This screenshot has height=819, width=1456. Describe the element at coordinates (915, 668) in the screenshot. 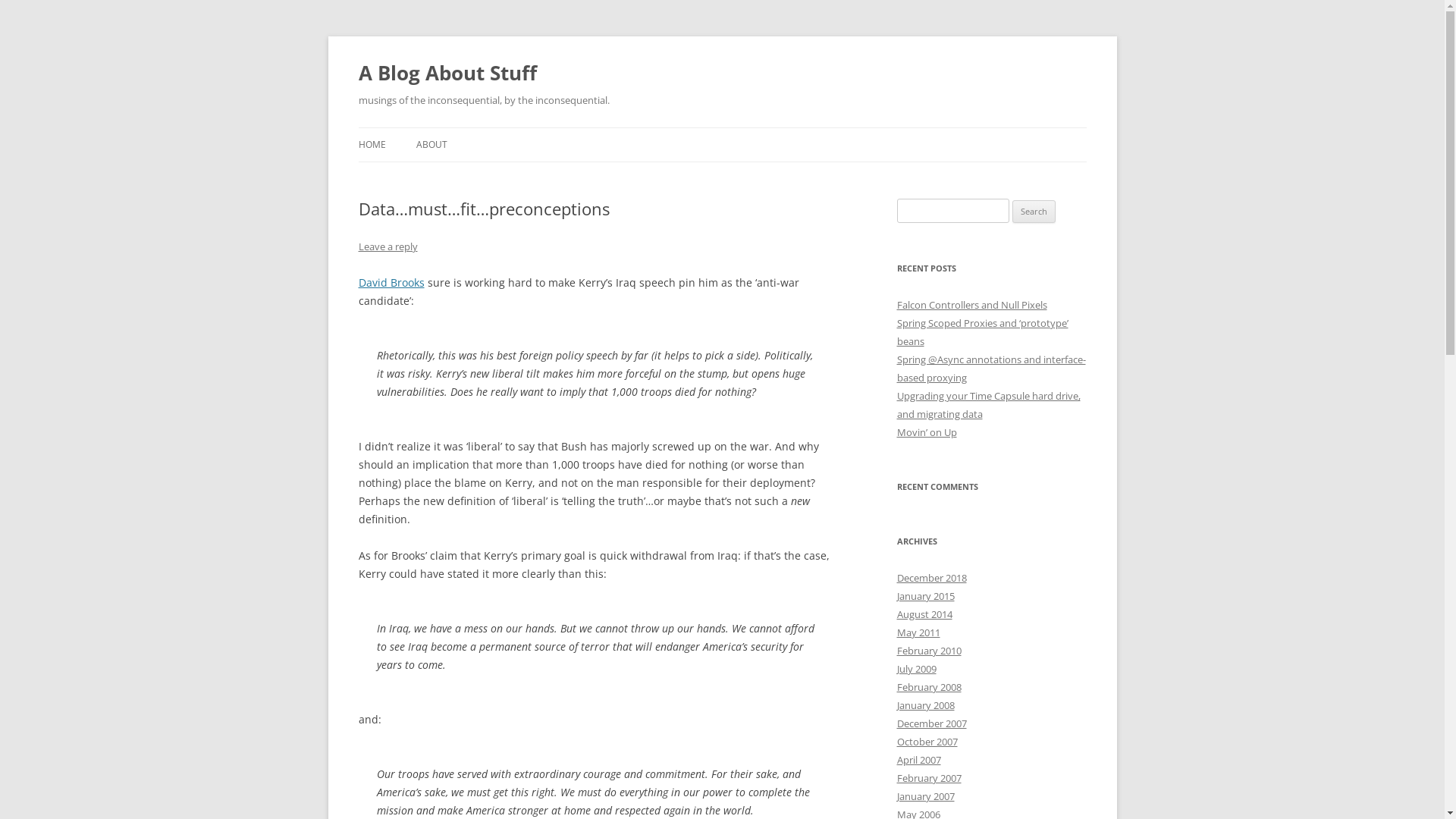

I see `'July 2009'` at that location.